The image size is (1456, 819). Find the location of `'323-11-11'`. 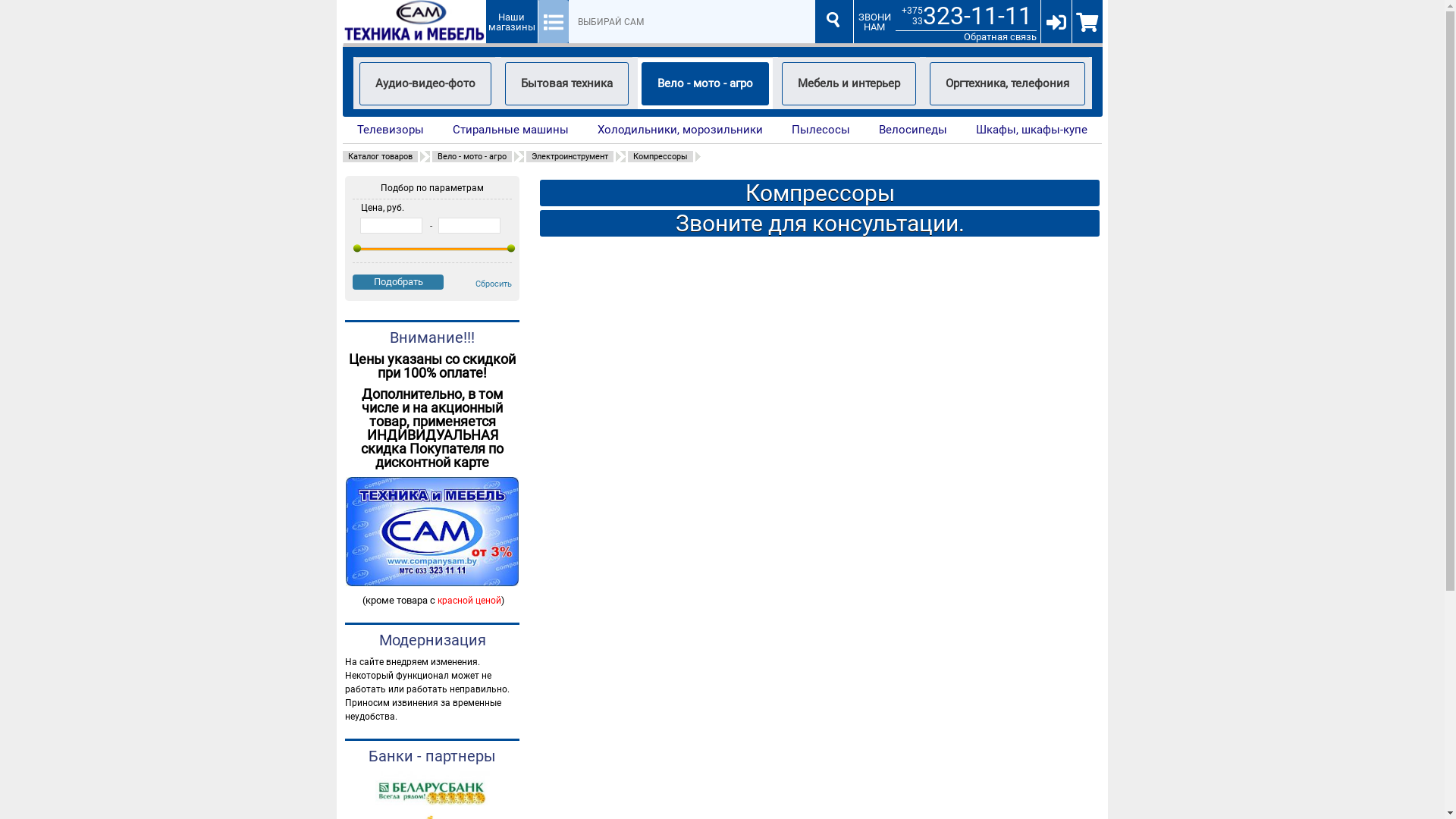

'323-11-11' is located at coordinates (976, 15).